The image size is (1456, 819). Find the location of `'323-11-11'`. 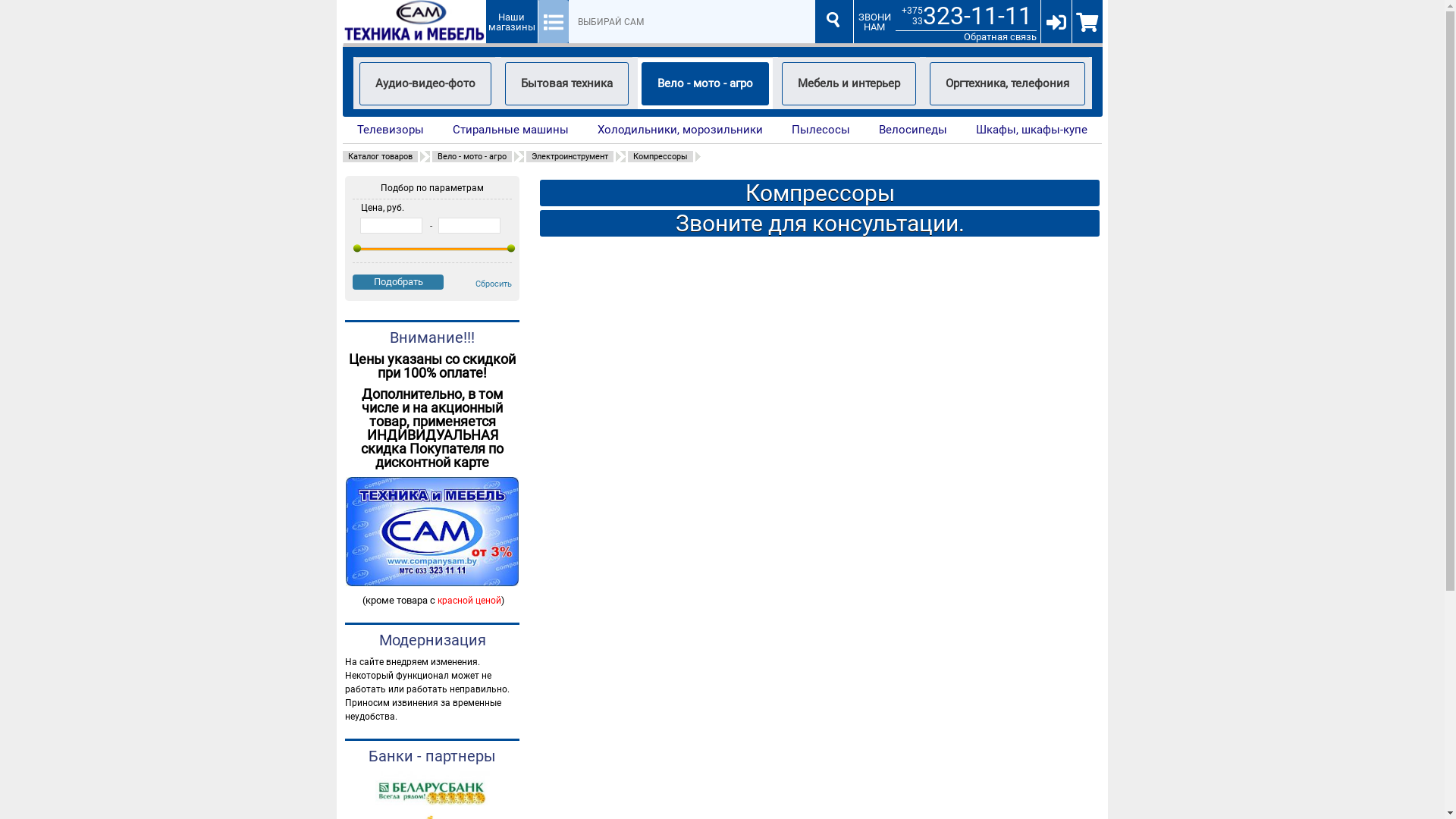

'323-11-11' is located at coordinates (976, 15).